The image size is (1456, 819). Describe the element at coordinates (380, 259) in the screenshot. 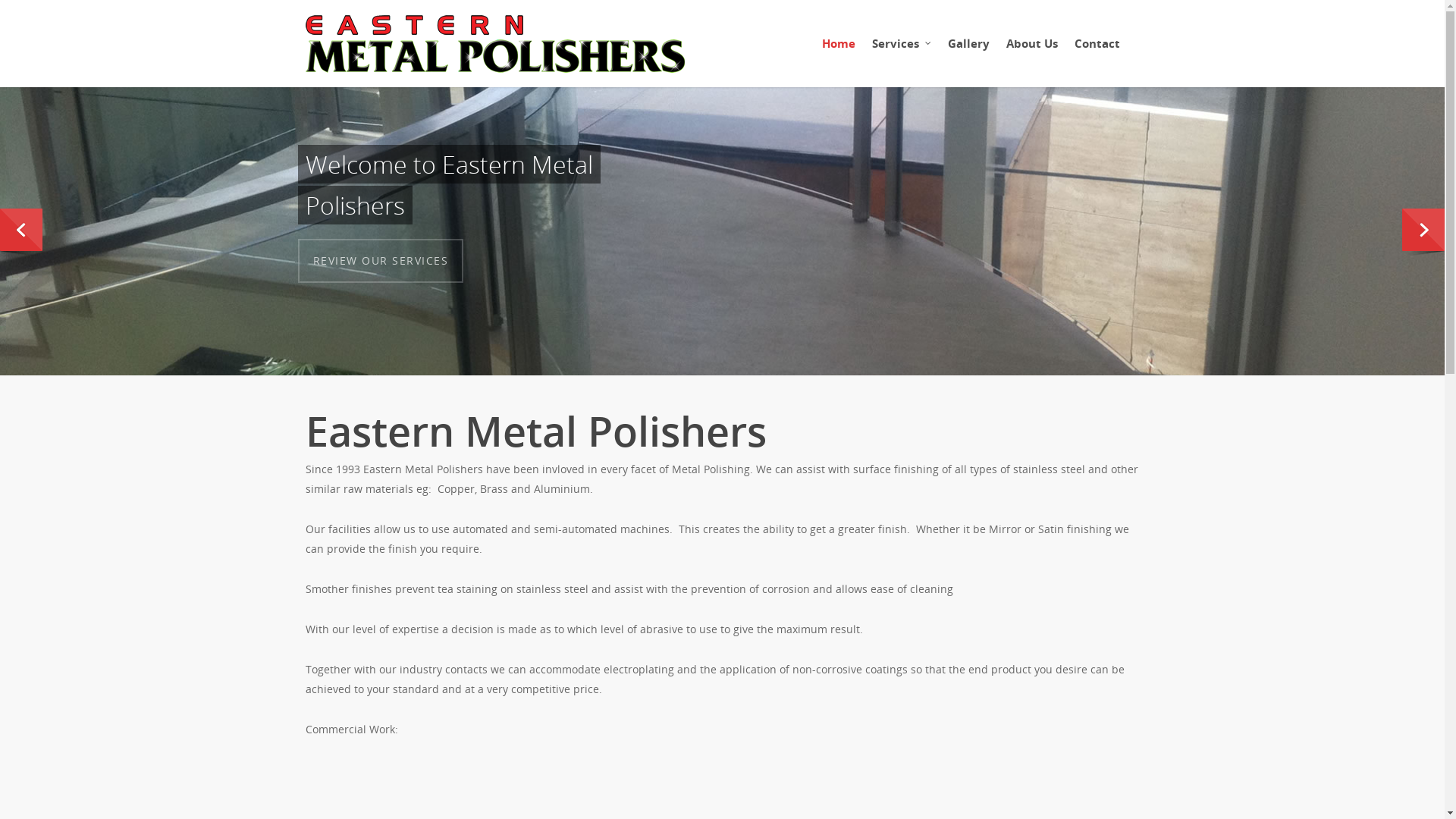

I see `'REVIEW OUR SERVICES'` at that location.